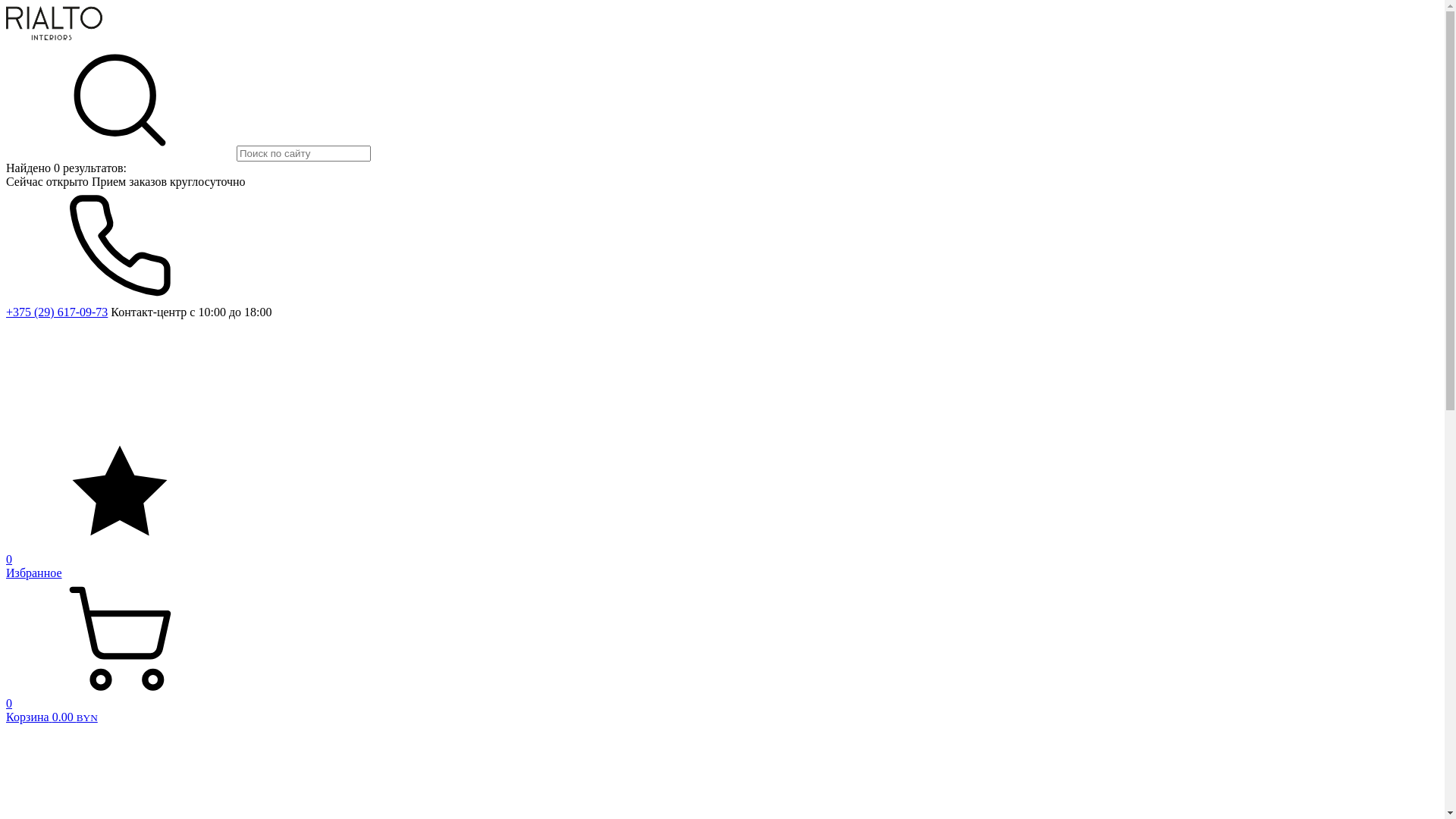 The height and width of the screenshot is (819, 1456). What do you see at coordinates (57, 311) in the screenshot?
I see `'+375 (29) 617-09-73'` at bounding box center [57, 311].